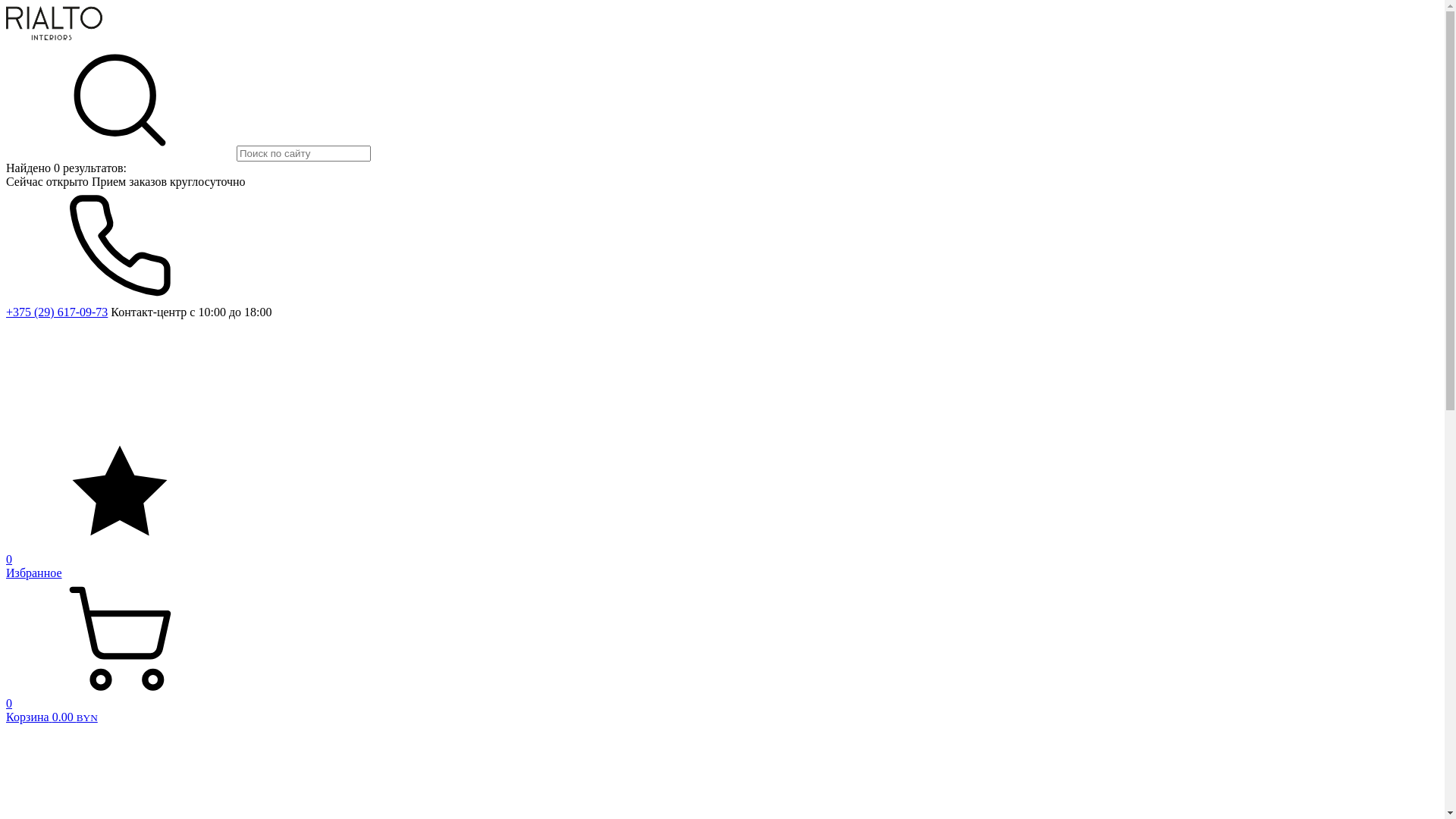 The height and width of the screenshot is (819, 1456). What do you see at coordinates (57, 311) in the screenshot?
I see `'+375 (29) 617-09-73'` at bounding box center [57, 311].